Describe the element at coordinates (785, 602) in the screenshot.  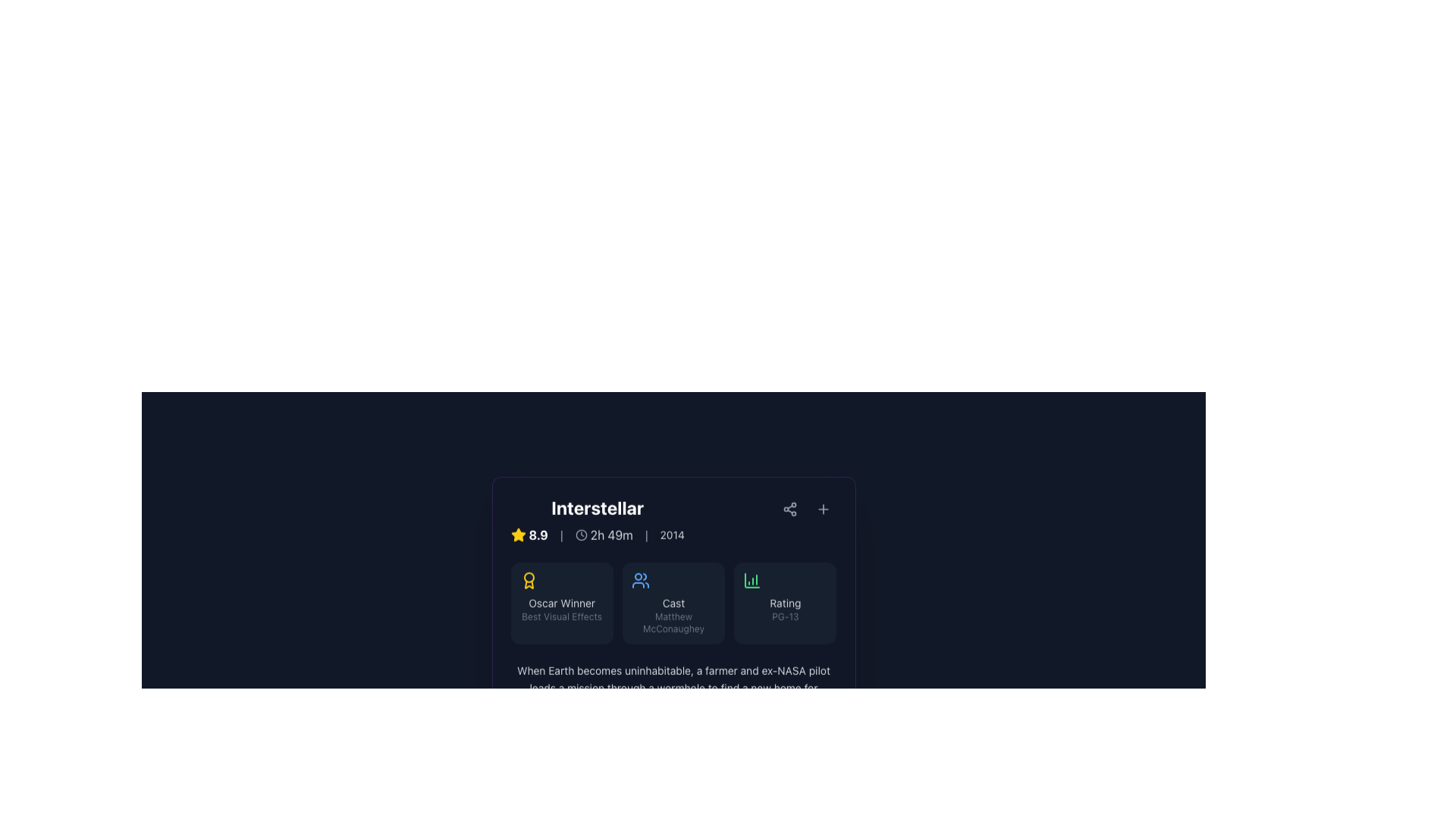
I see `text content of the 'Rating' label, which is a small light gray text displayed within a dark background card, positioned below the charts icon and above the 'PG-13' label` at that location.